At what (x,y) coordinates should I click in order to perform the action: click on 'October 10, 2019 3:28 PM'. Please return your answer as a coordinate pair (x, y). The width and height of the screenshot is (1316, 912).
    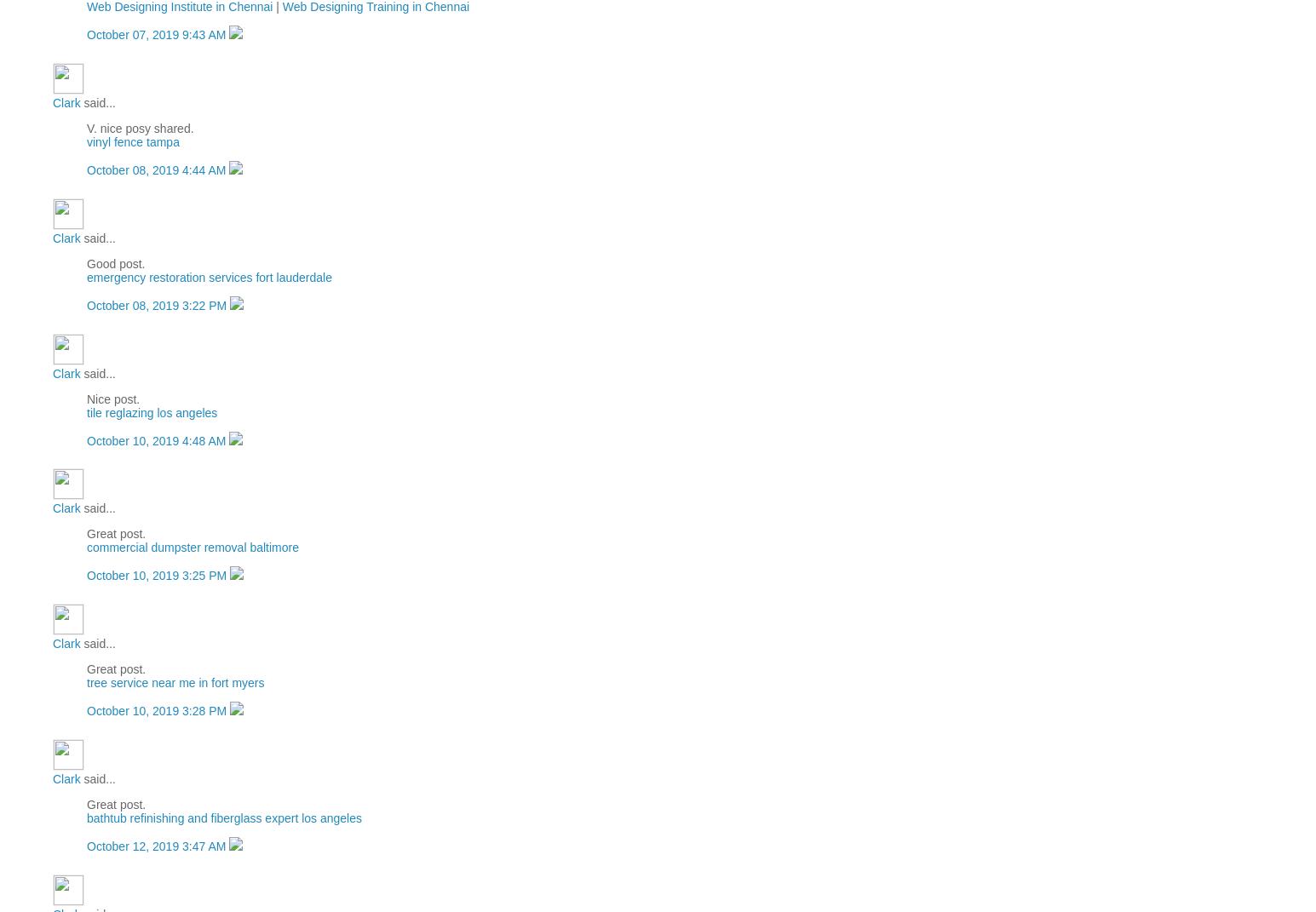
    Looking at the image, I should click on (158, 709).